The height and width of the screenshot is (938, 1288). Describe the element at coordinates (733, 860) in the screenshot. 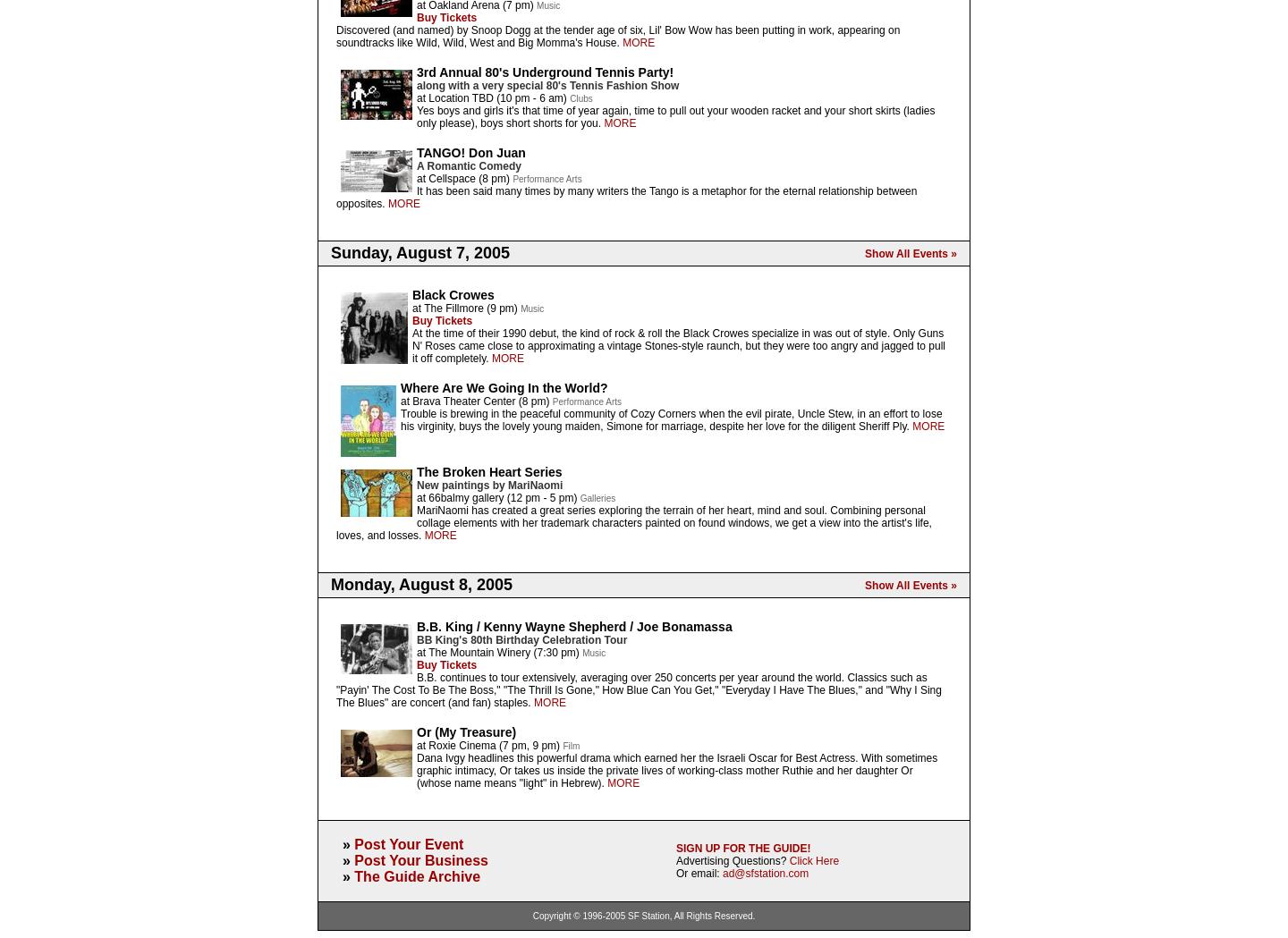

I see `'Advertising Questions?'` at that location.